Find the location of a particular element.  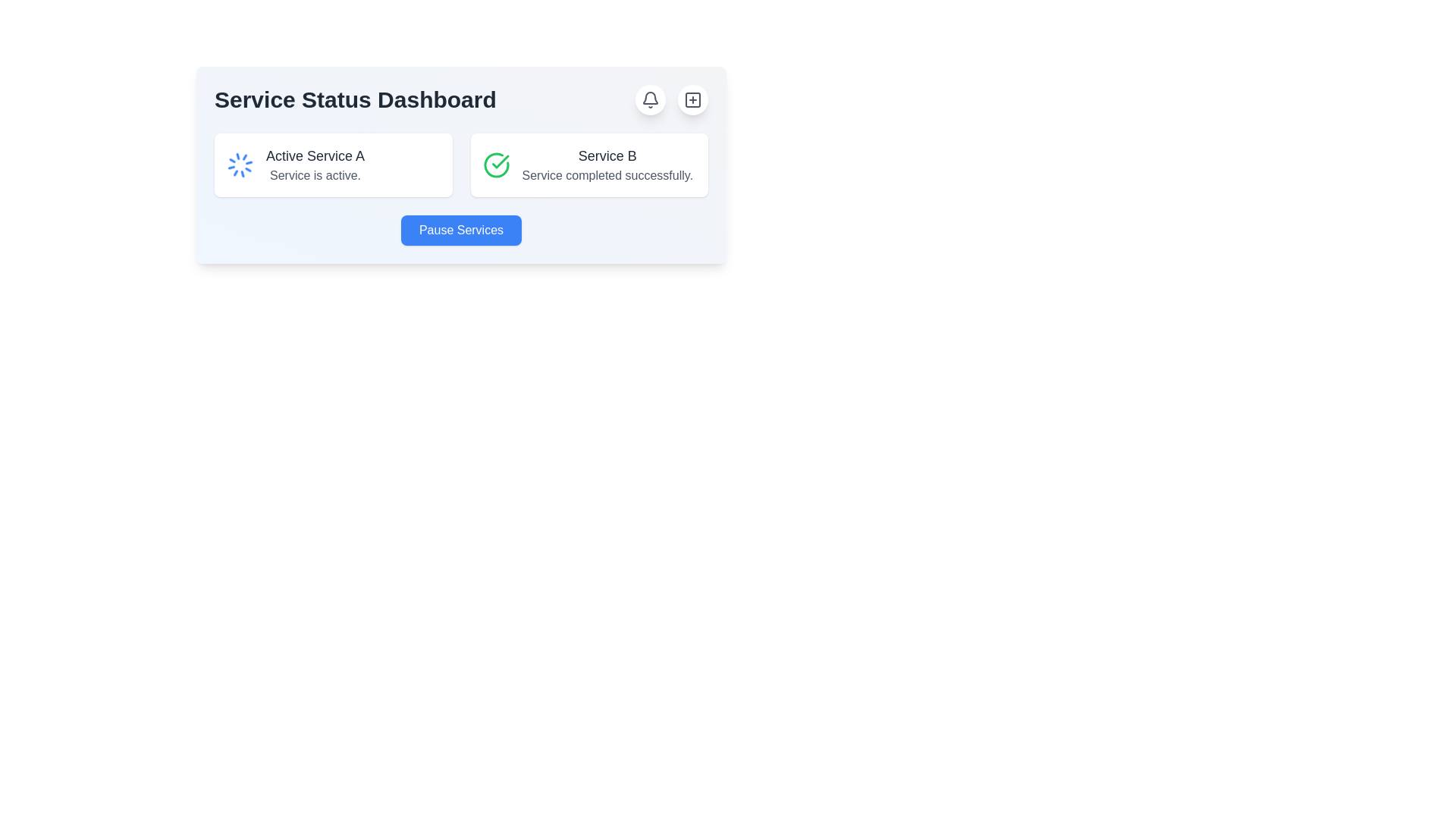

the green circular icon with a checkmark indicating successful completion, located to the left of the text 'Service completed successfully.' is located at coordinates (496, 165).